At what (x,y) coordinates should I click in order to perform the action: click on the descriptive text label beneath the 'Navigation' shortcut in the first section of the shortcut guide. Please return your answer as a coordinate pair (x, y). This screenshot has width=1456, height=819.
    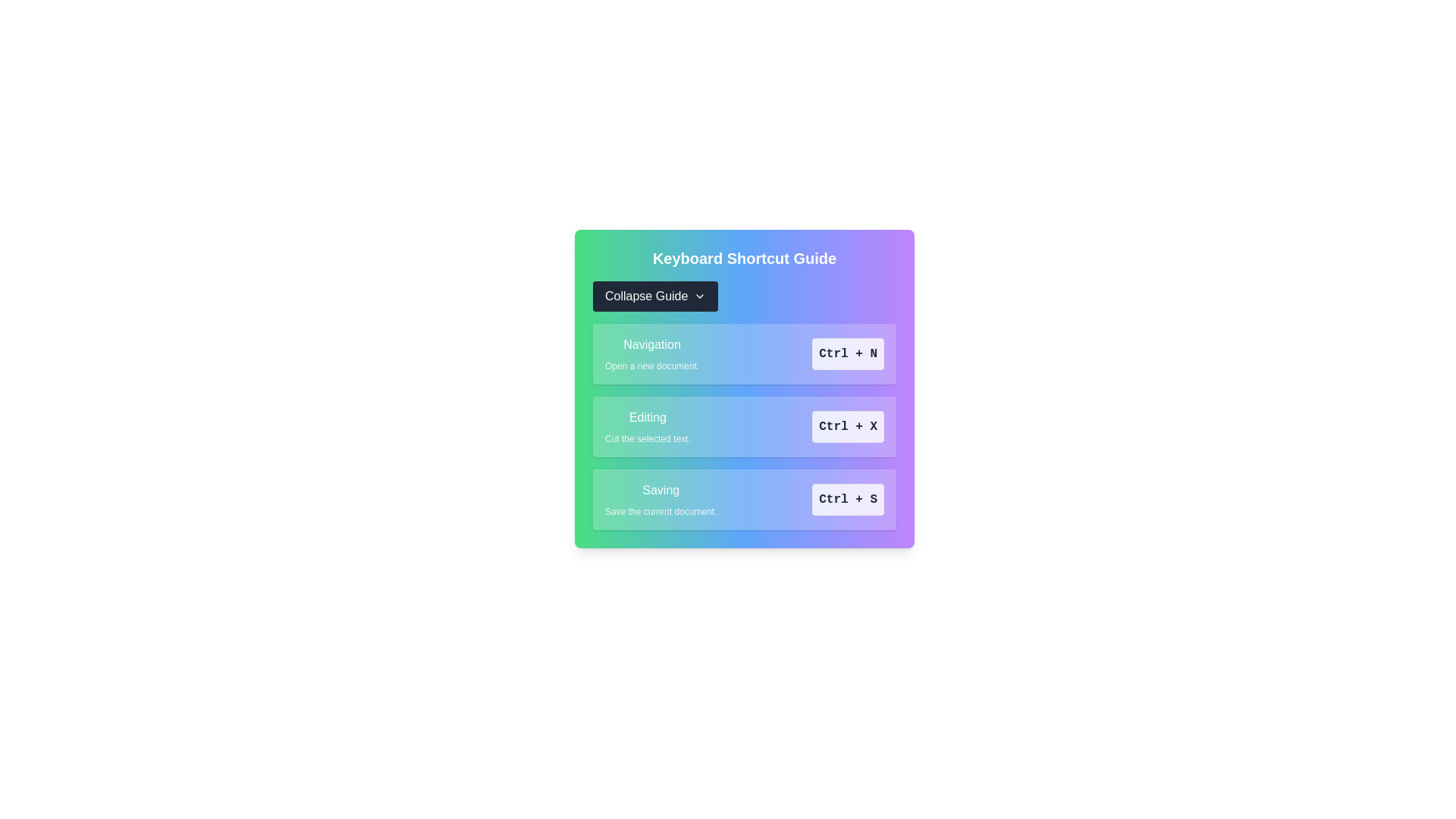
    Looking at the image, I should click on (651, 366).